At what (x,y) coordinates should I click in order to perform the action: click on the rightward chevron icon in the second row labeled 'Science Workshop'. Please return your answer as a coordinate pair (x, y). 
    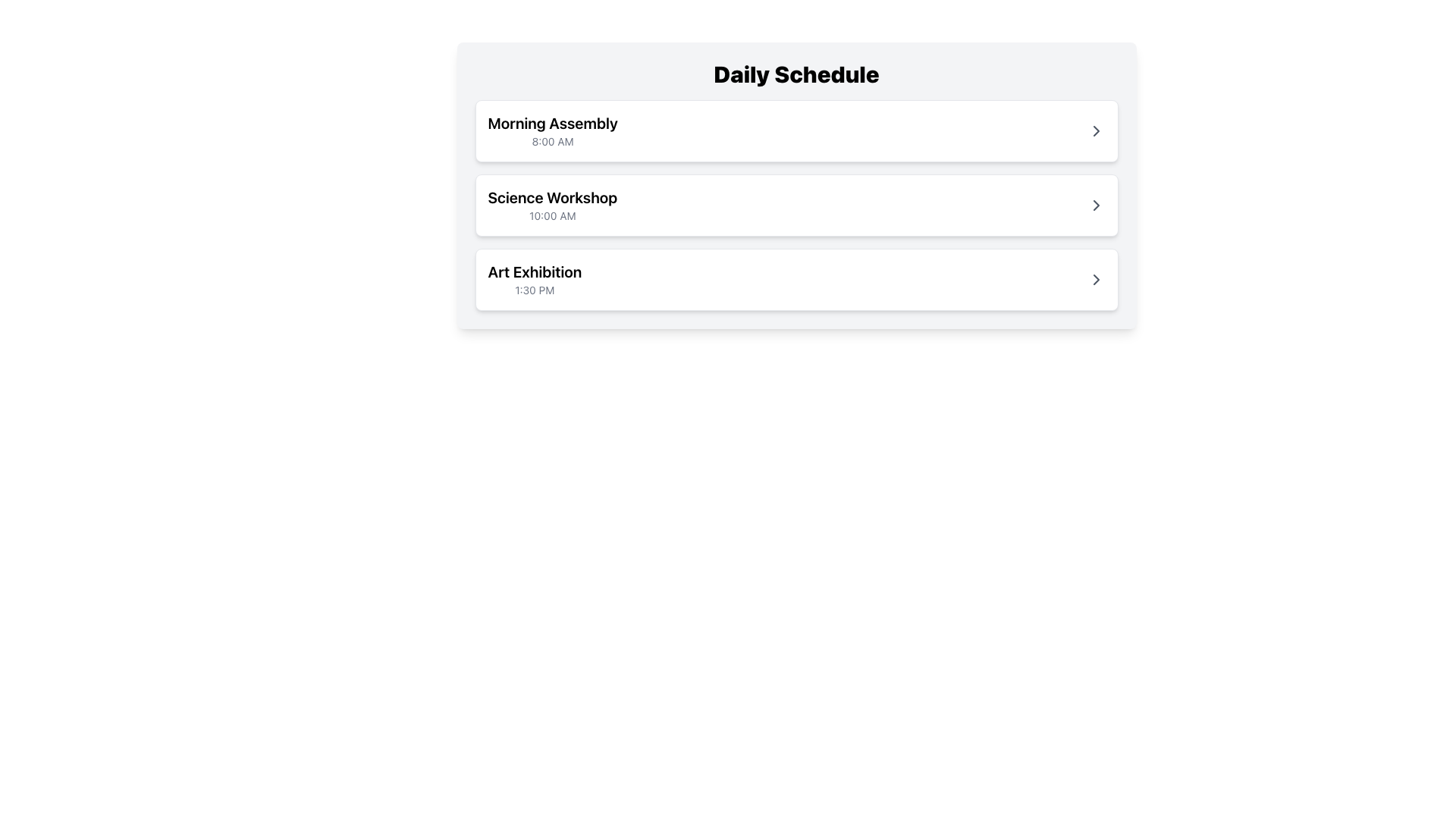
    Looking at the image, I should click on (1096, 205).